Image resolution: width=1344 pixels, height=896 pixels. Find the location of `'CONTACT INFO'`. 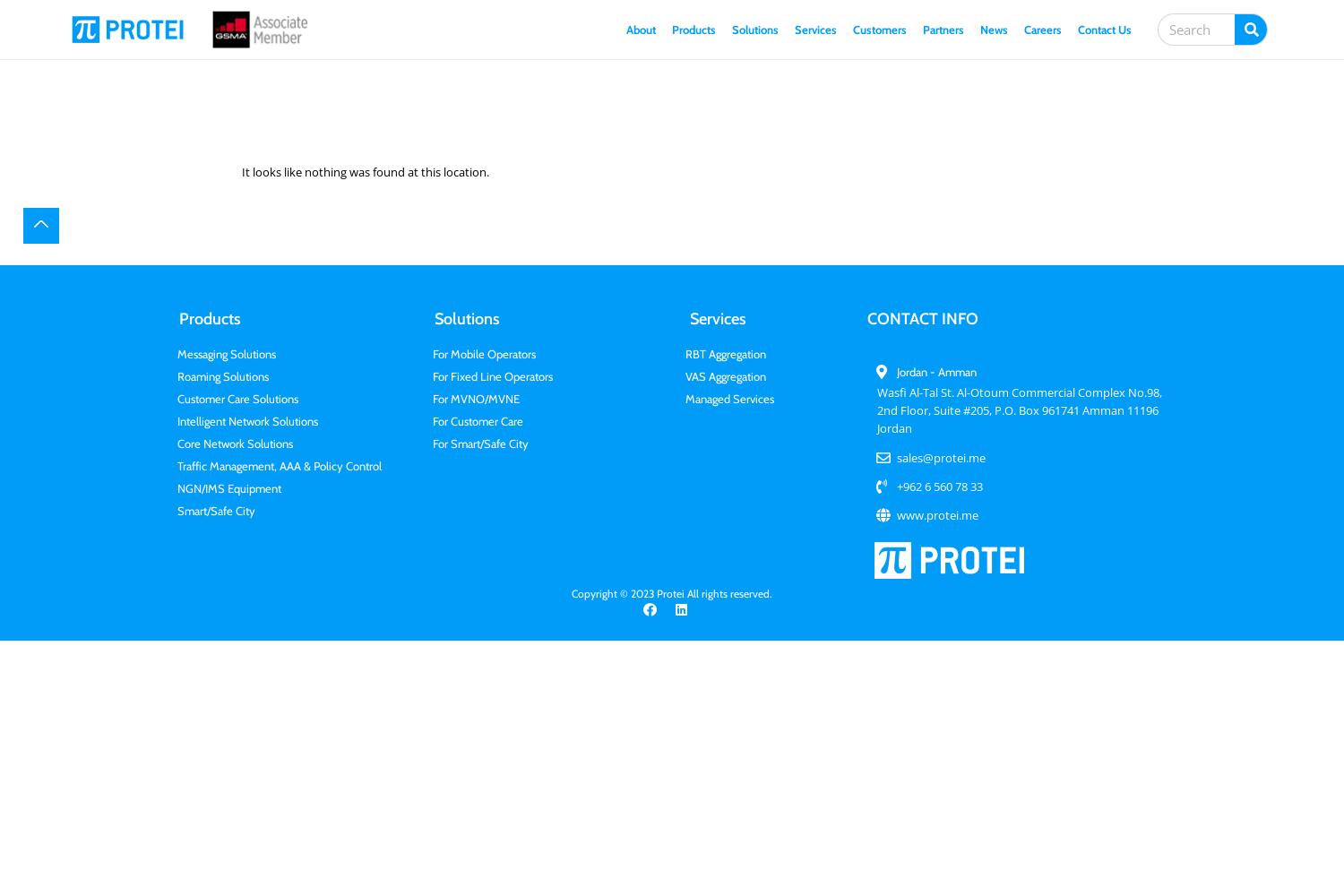

'CONTACT INFO' is located at coordinates (923, 318).